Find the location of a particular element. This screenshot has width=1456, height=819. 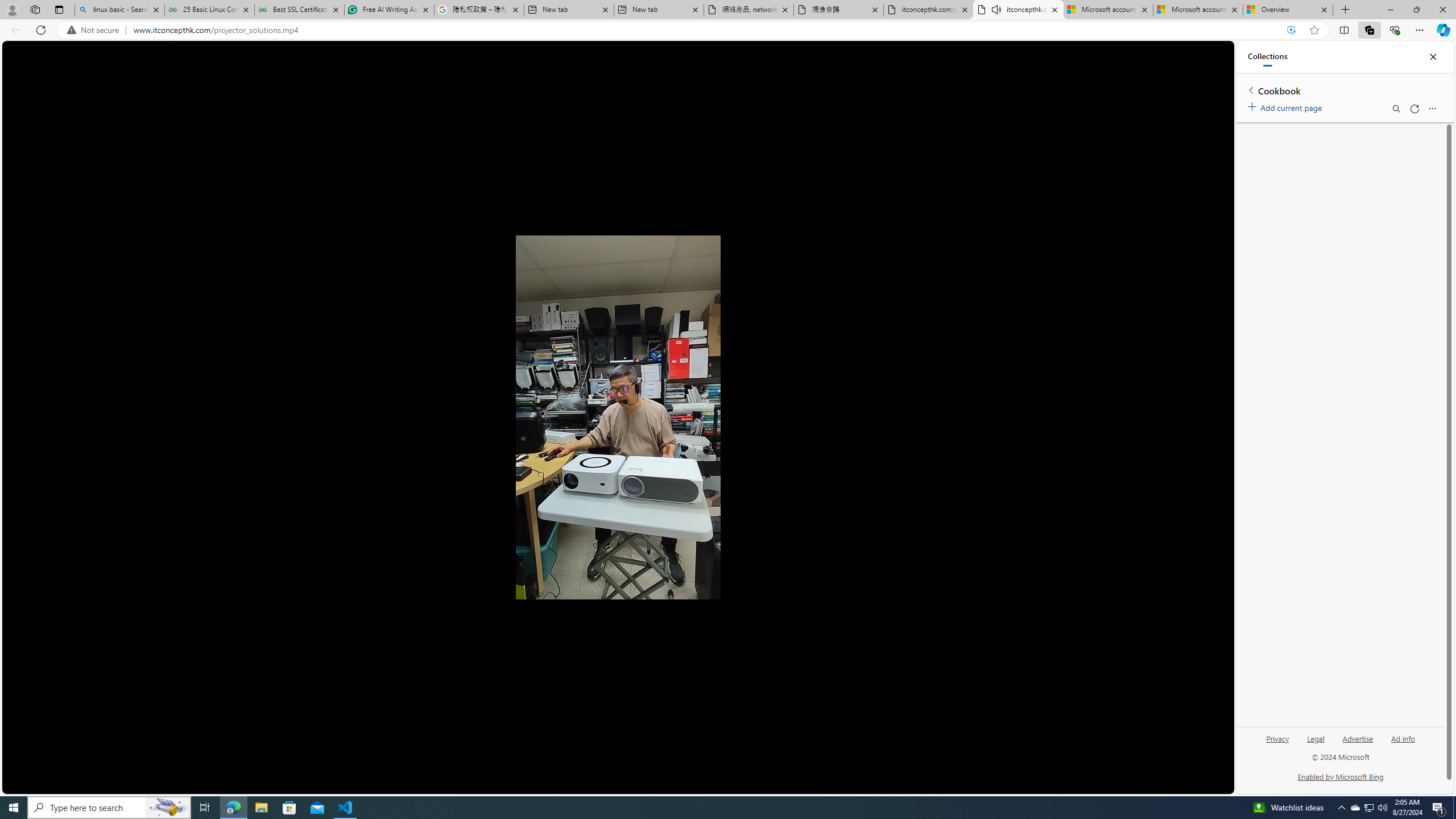

'Add current page' is located at coordinates (1287, 105).